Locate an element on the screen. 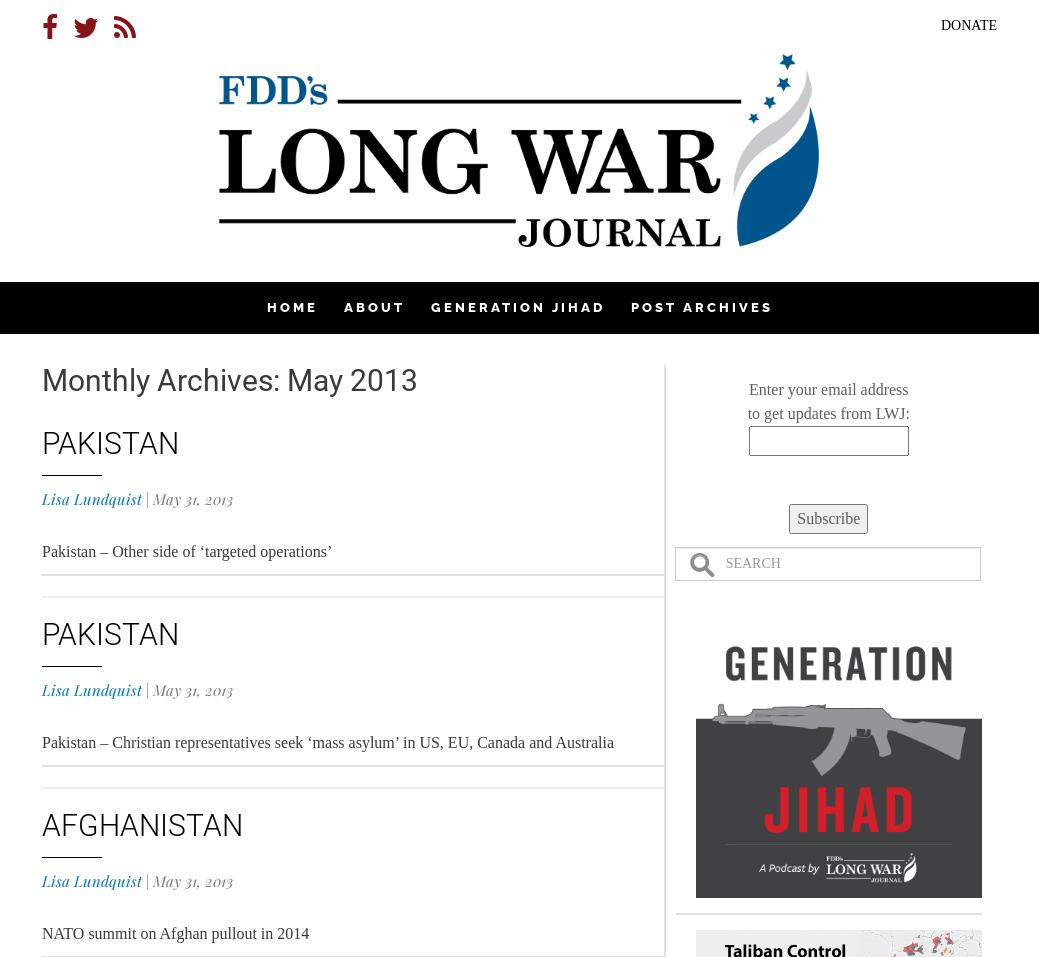 Image resolution: width=1039 pixels, height=957 pixels. 'Pakistan – Other side of ‘targeted operations’' is located at coordinates (187, 551).